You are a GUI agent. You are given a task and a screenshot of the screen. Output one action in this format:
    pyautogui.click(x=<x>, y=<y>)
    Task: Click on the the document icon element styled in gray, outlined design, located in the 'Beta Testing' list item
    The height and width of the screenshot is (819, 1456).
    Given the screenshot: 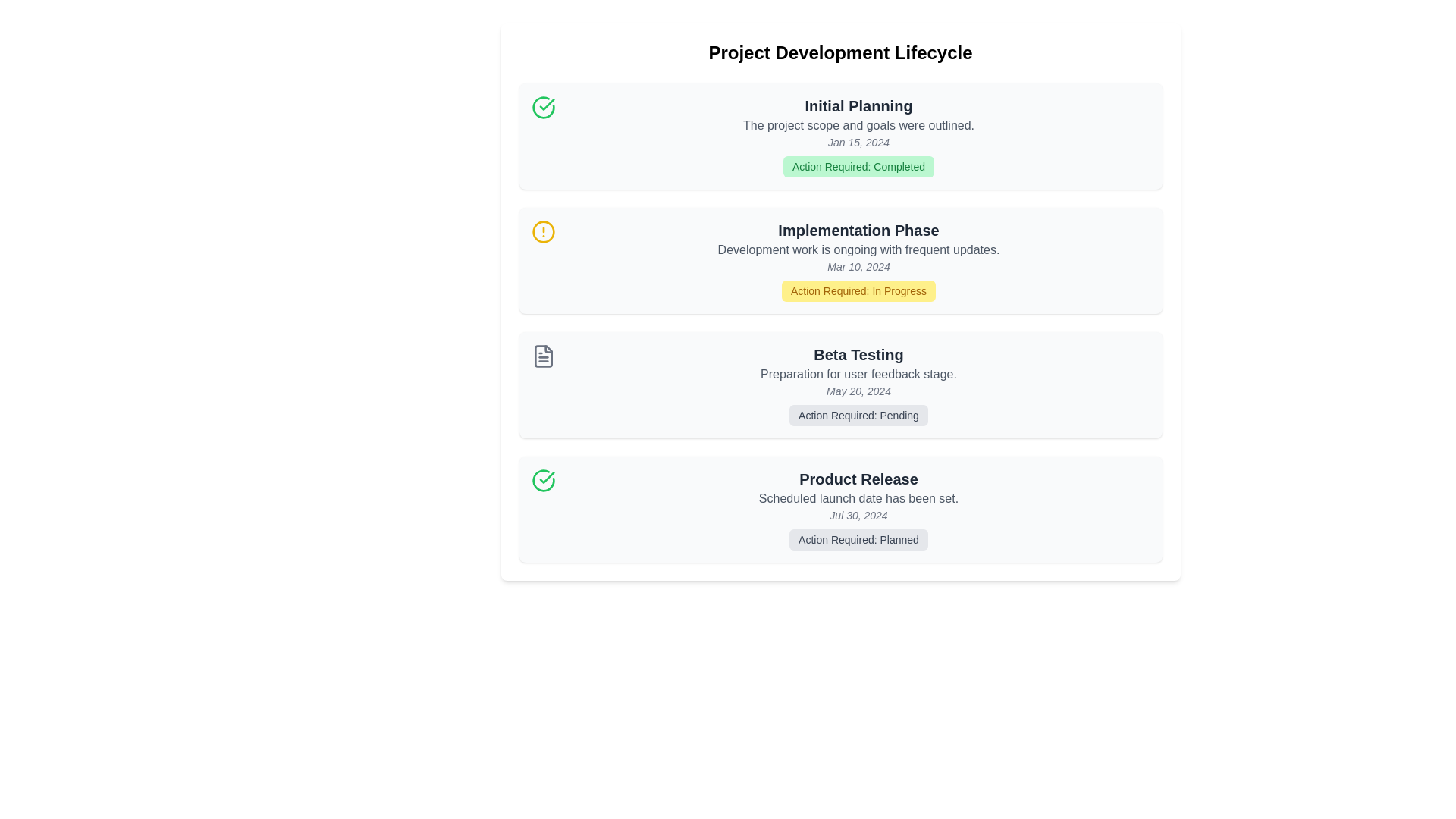 What is the action you would take?
    pyautogui.click(x=543, y=356)
    